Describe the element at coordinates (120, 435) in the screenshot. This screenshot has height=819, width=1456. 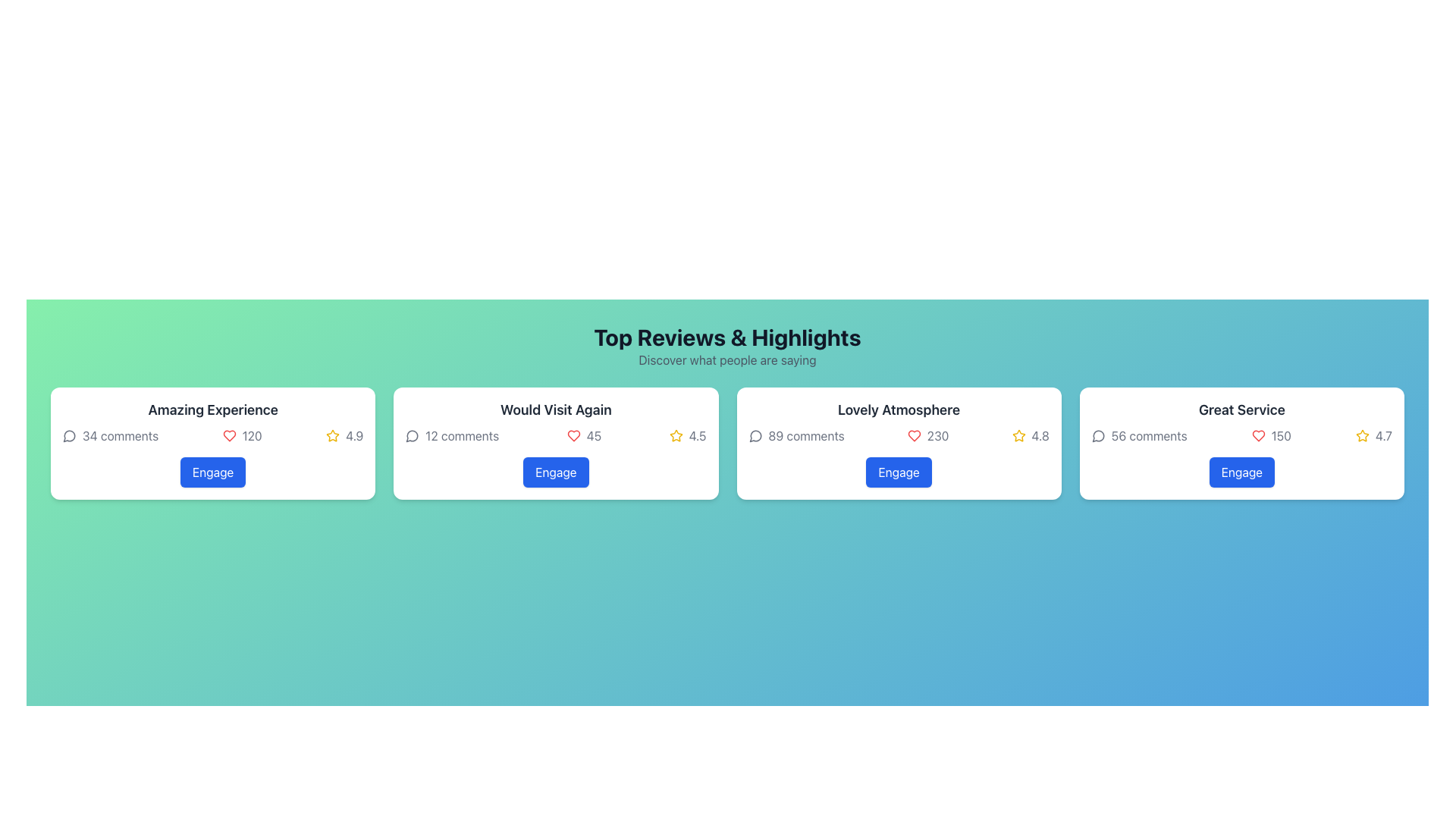
I see `the text indicating the number of comments related to the 'Amazing Experience' review, located in the lower half of the review card` at that location.